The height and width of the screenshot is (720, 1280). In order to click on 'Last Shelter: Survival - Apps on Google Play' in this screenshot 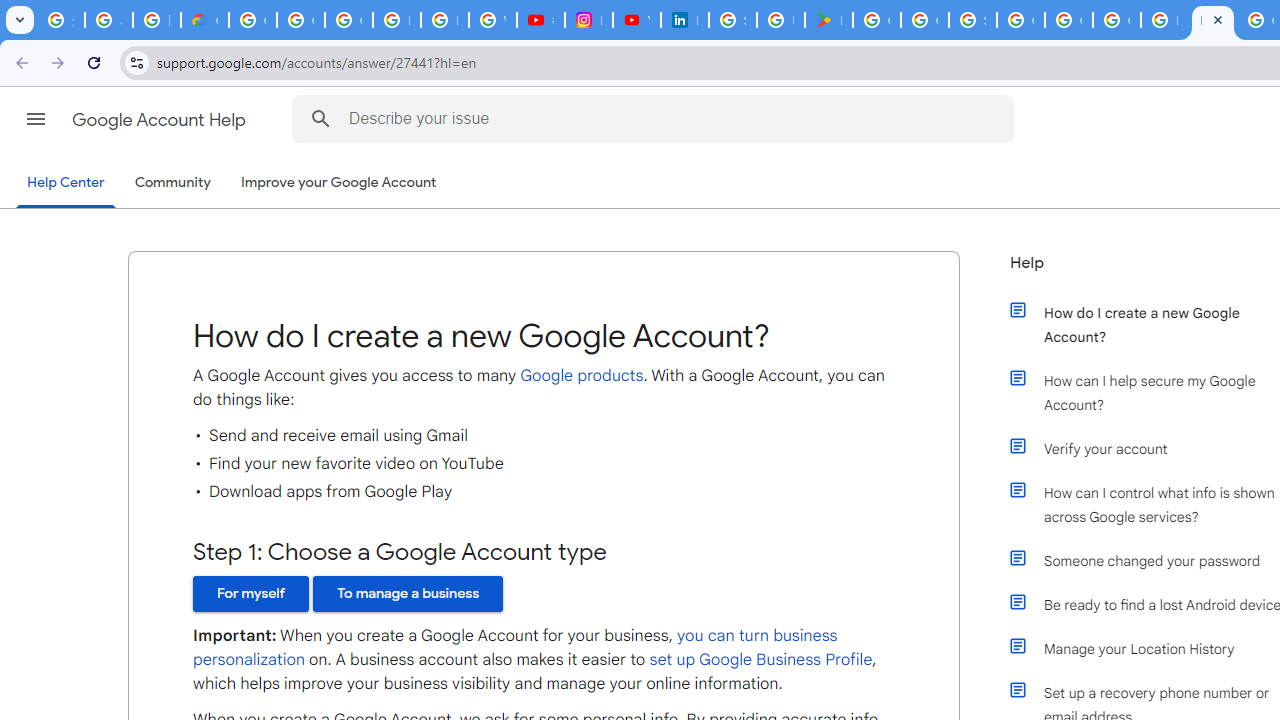, I will do `click(828, 20)`.